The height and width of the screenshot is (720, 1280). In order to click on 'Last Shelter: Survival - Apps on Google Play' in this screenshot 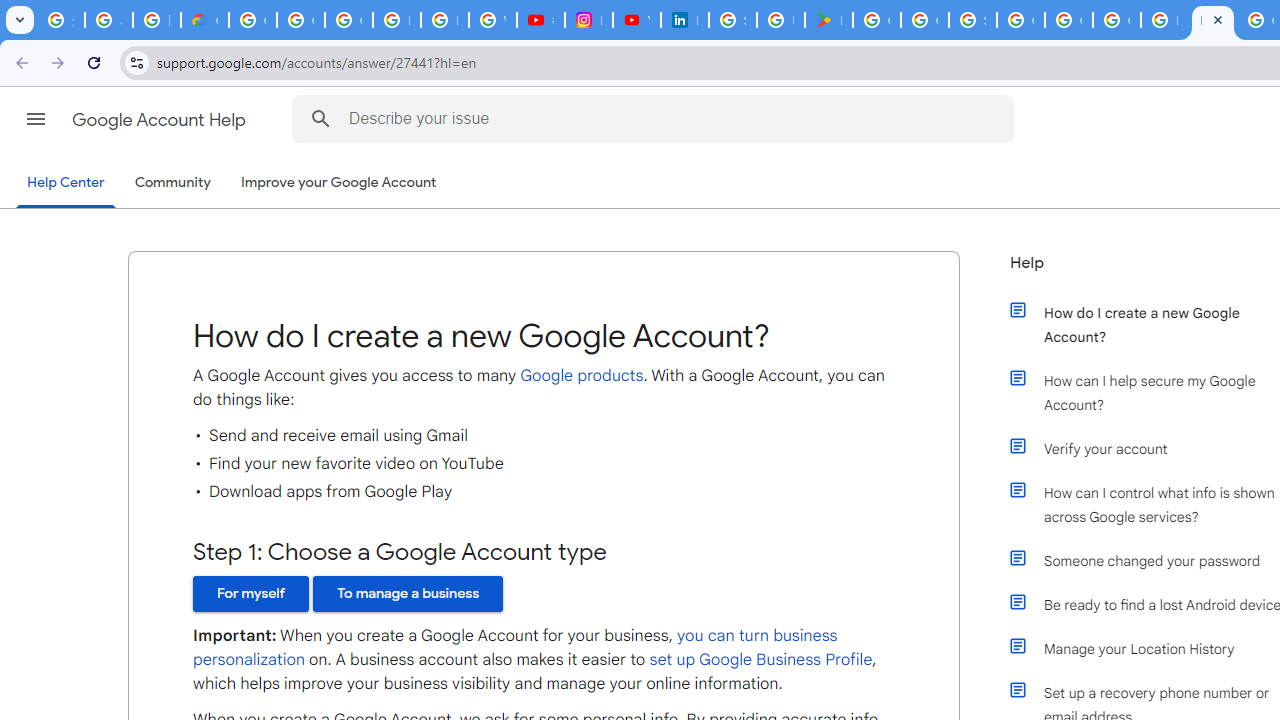, I will do `click(828, 20)`.